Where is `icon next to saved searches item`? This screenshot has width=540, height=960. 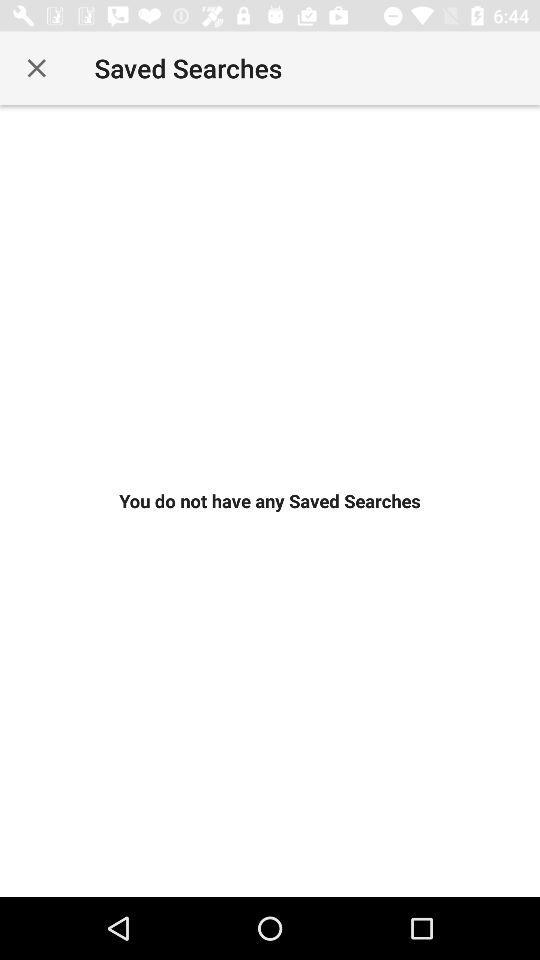 icon next to saved searches item is located at coordinates (36, 68).